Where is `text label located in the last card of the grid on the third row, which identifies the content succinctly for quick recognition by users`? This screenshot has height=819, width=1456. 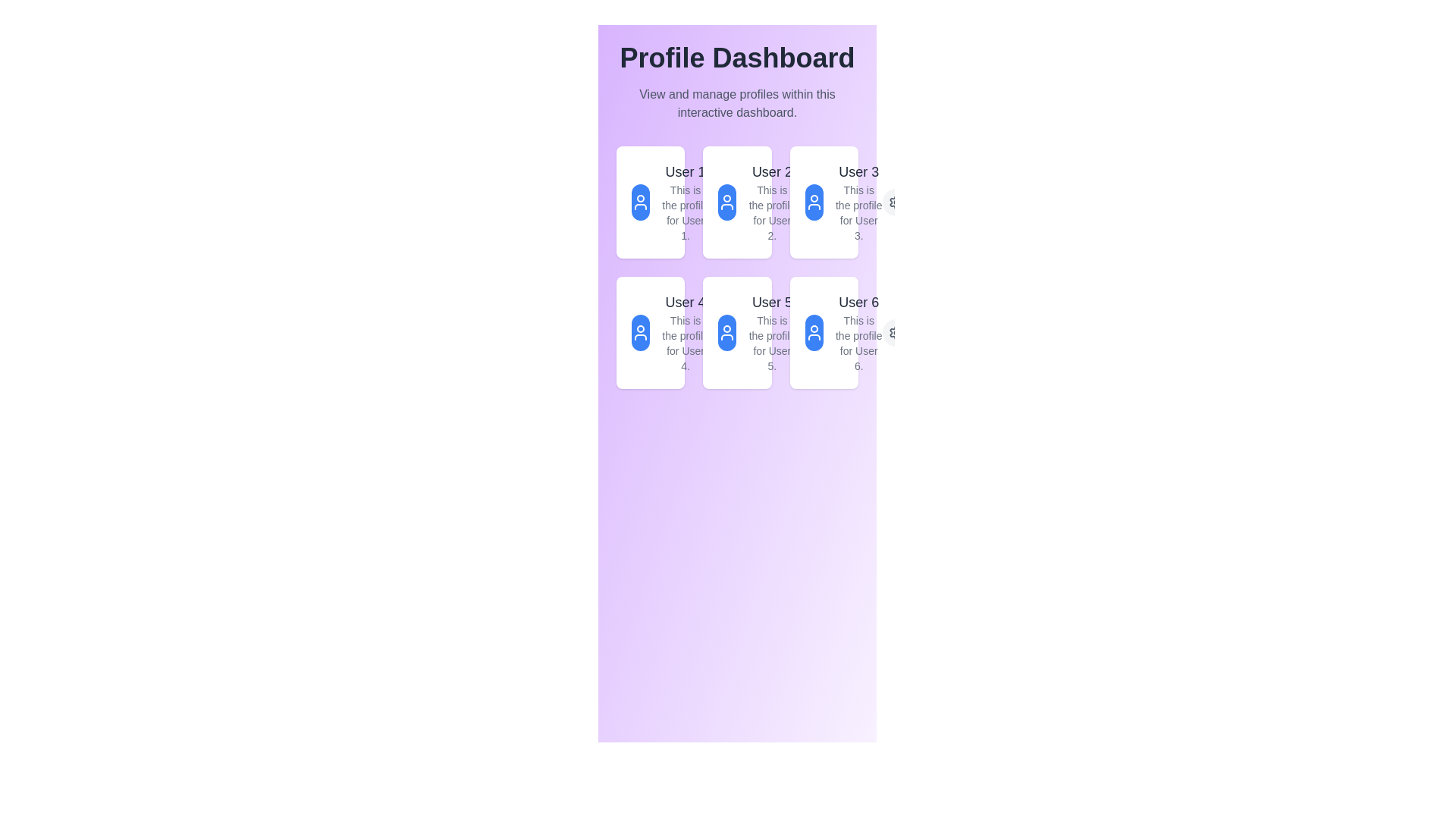 text label located in the last card of the grid on the third row, which identifies the content succinctly for quick recognition by users is located at coordinates (858, 302).